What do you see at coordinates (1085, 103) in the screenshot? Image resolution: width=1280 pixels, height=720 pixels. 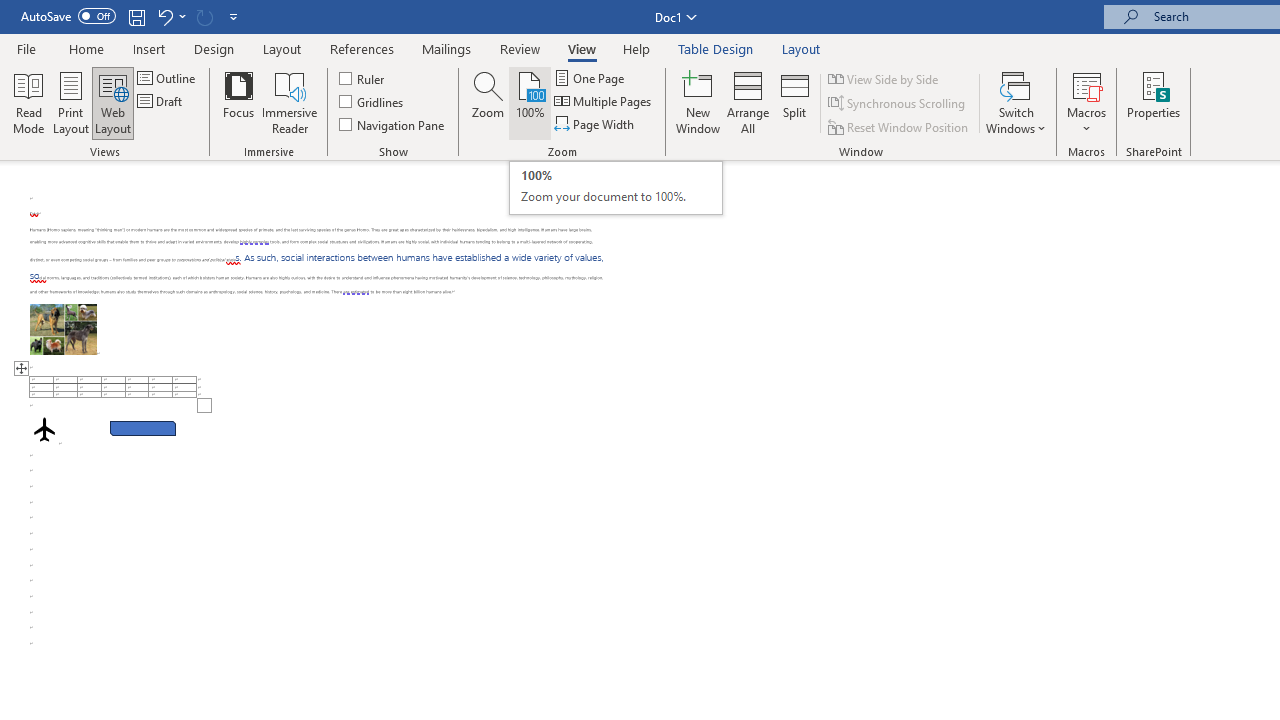 I see `'Macros'` at bounding box center [1085, 103].